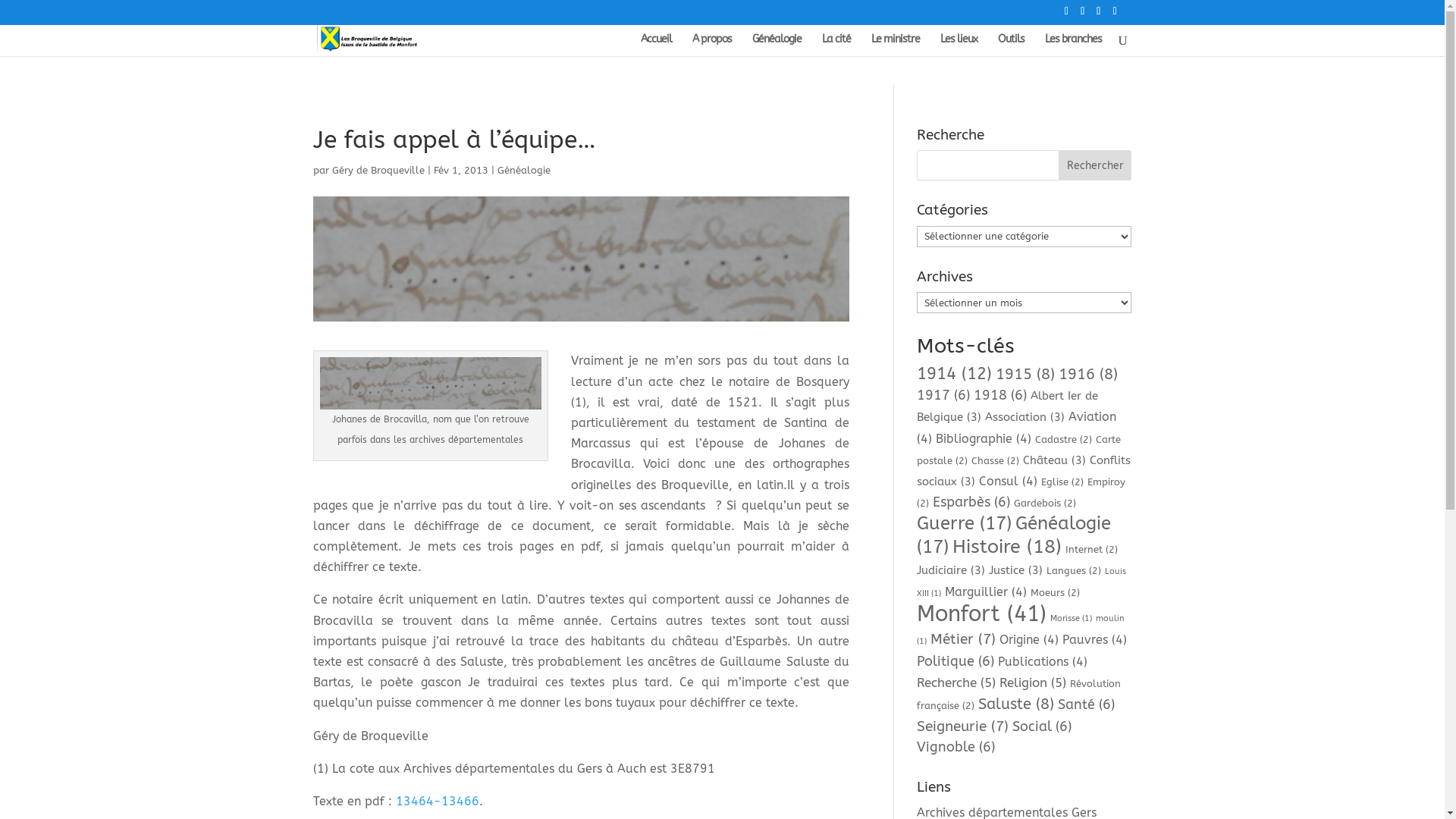 The width and height of the screenshot is (1456, 819). I want to click on 'Les branches', so click(1072, 44).